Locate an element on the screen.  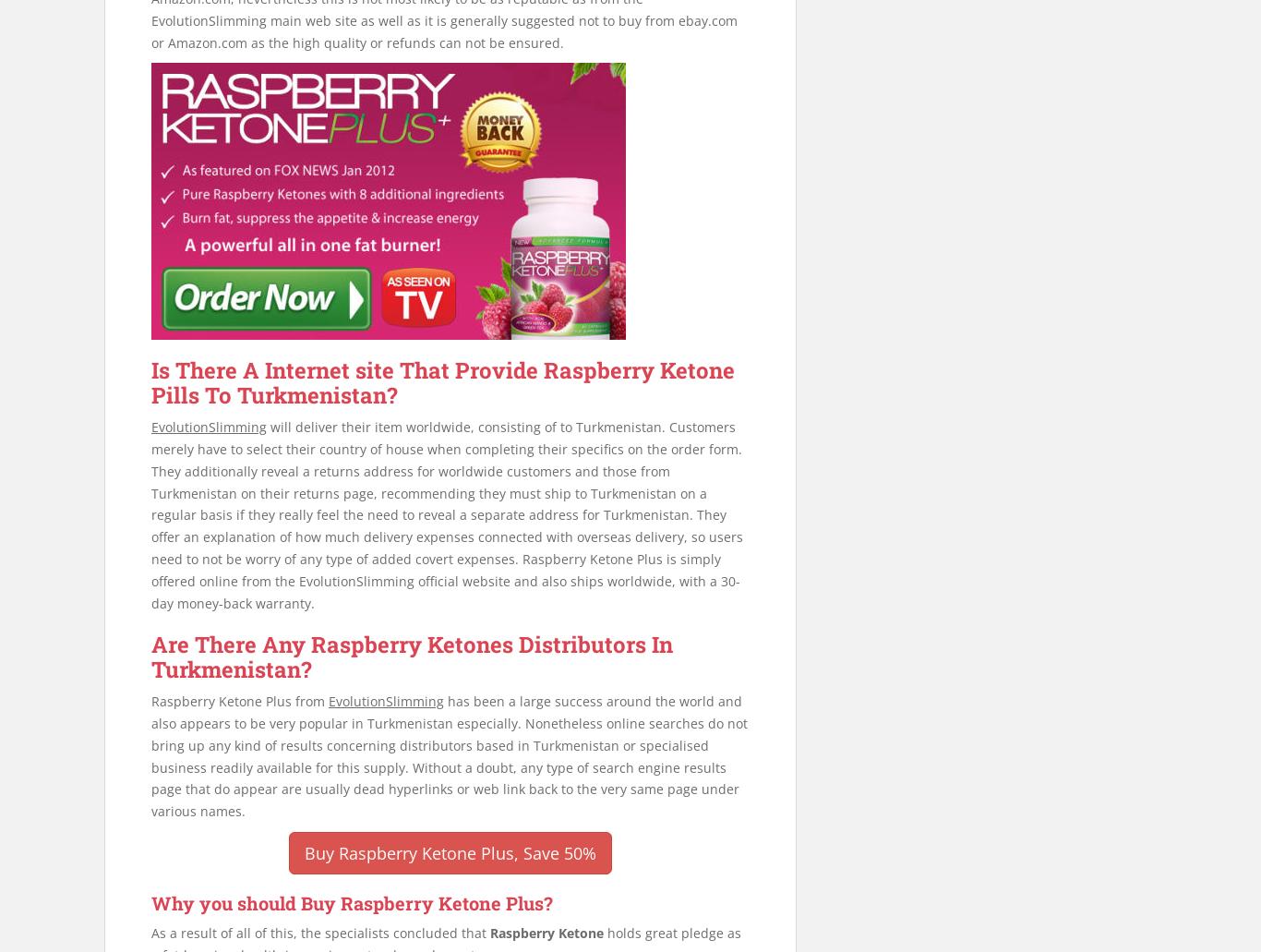
'Buy Raspberry Ketone Plus, Save 50%' is located at coordinates (450, 852).